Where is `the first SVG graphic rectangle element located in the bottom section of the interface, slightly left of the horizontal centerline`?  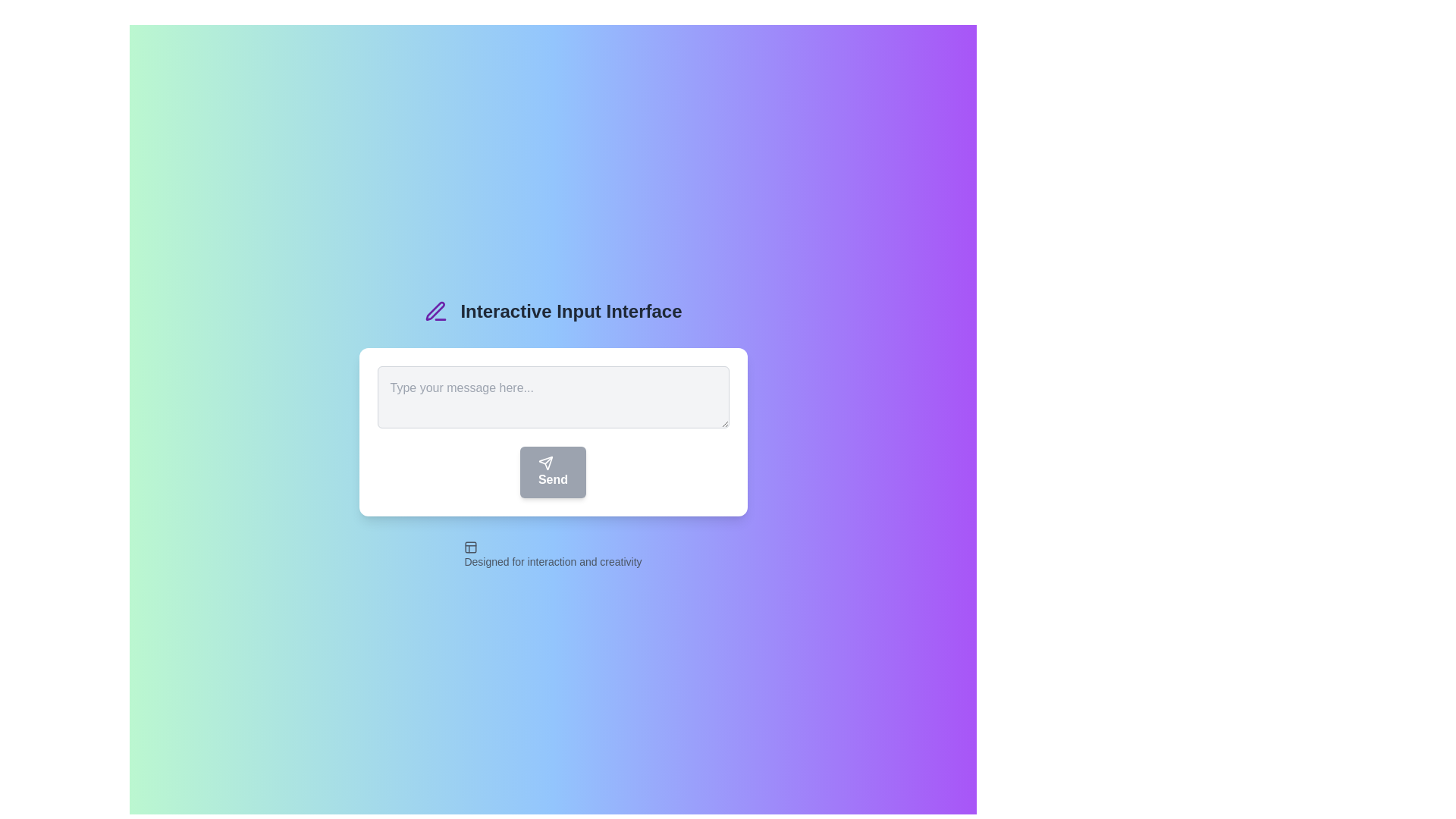
the first SVG graphic rectangle element located in the bottom section of the interface, slightly left of the horizontal centerline is located at coordinates (470, 547).